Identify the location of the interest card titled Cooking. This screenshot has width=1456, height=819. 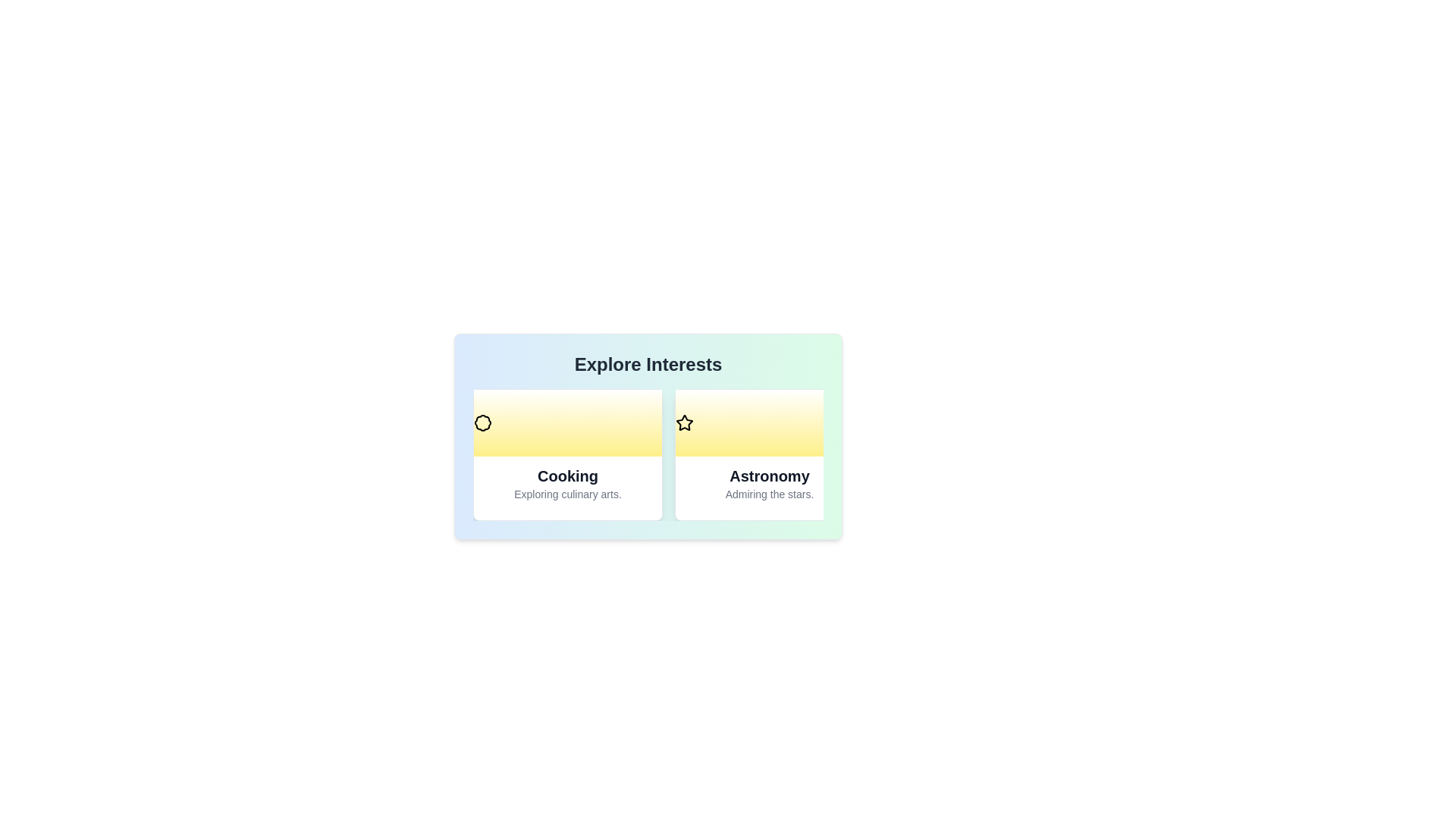
(566, 454).